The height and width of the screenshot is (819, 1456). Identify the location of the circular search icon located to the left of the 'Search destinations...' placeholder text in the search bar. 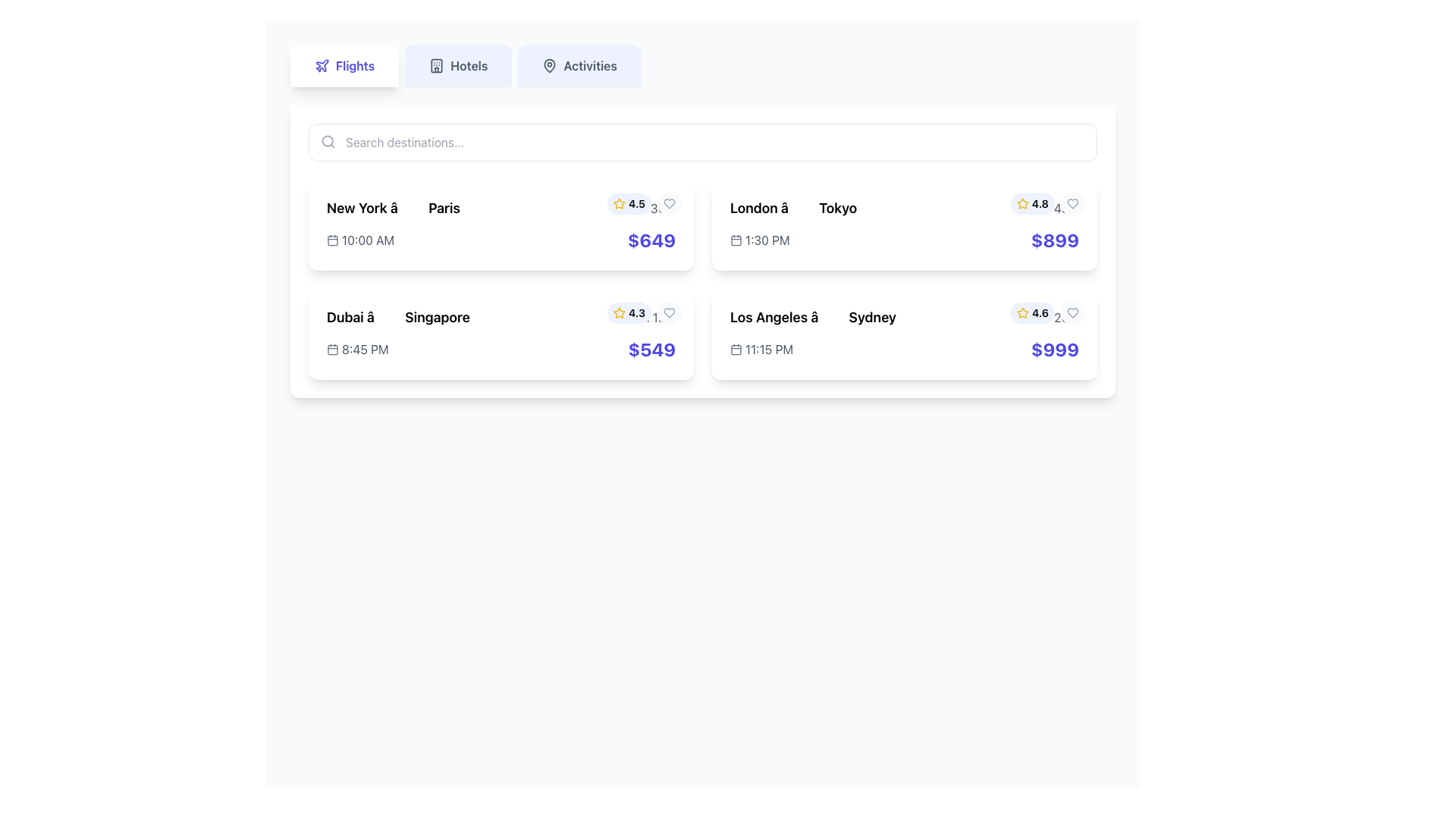
(327, 141).